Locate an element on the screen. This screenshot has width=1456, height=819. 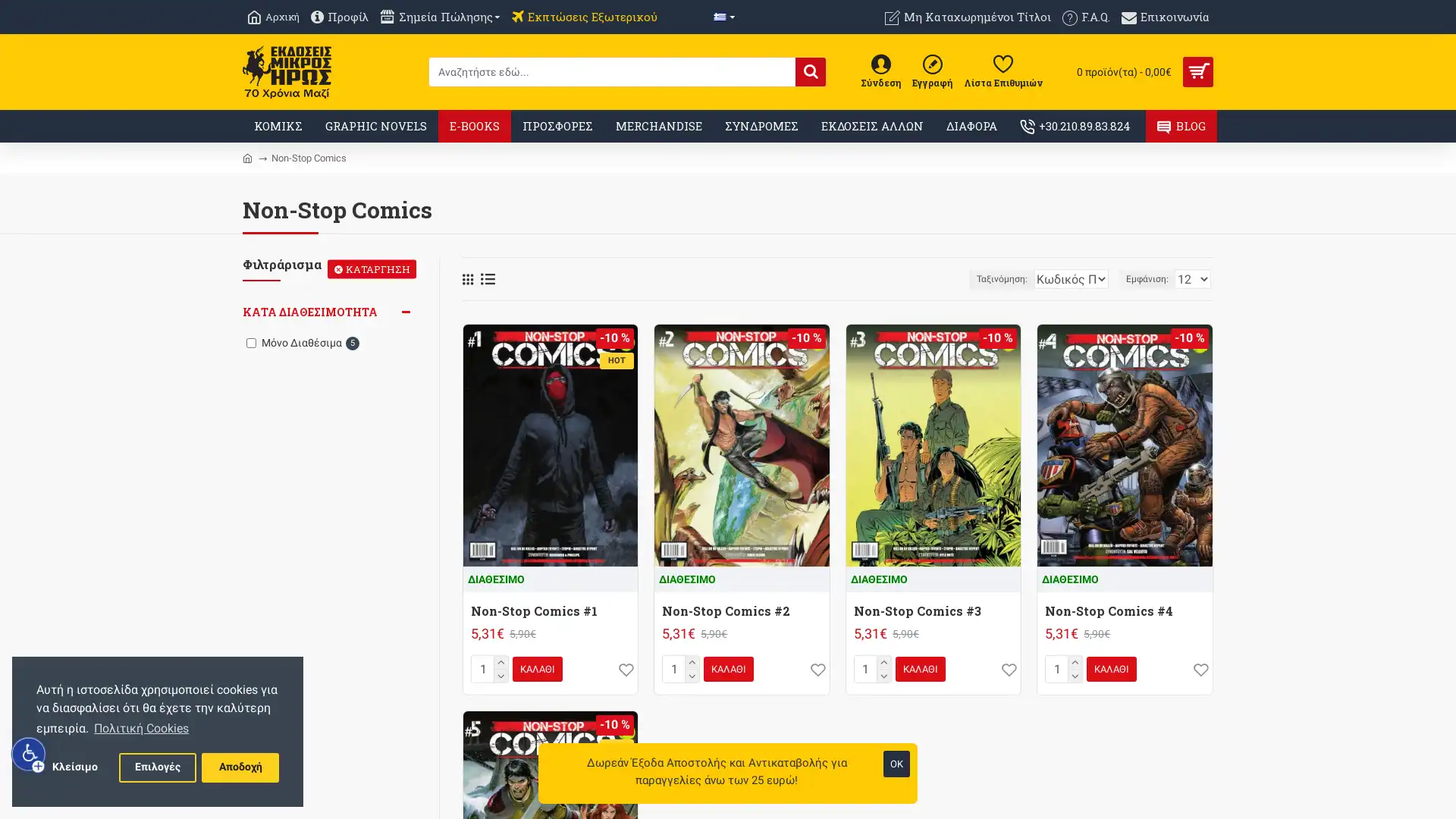
allow cookies is located at coordinates (239, 767).